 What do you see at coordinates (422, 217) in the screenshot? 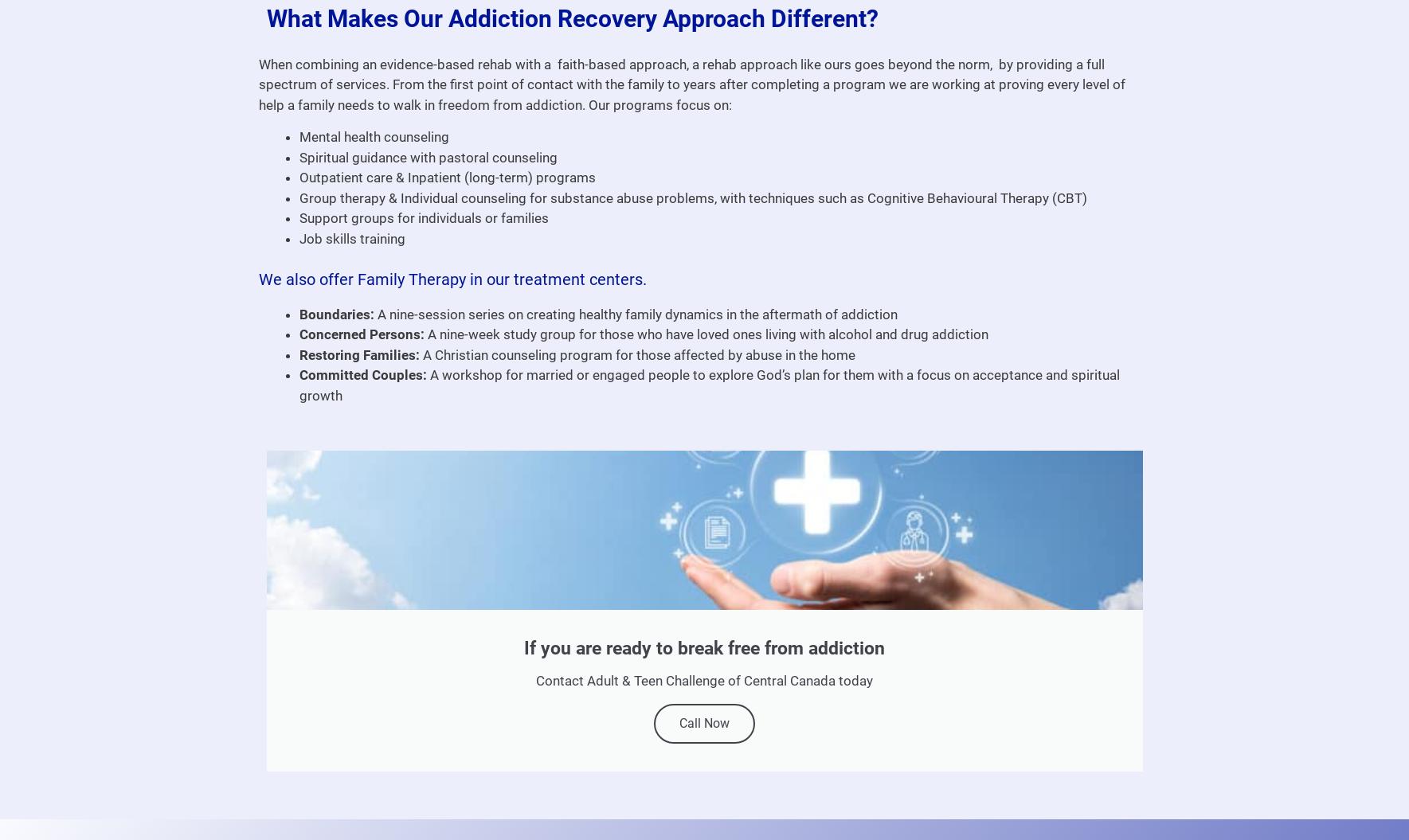
I see `'Support groups for individuals or families'` at bounding box center [422, 217].